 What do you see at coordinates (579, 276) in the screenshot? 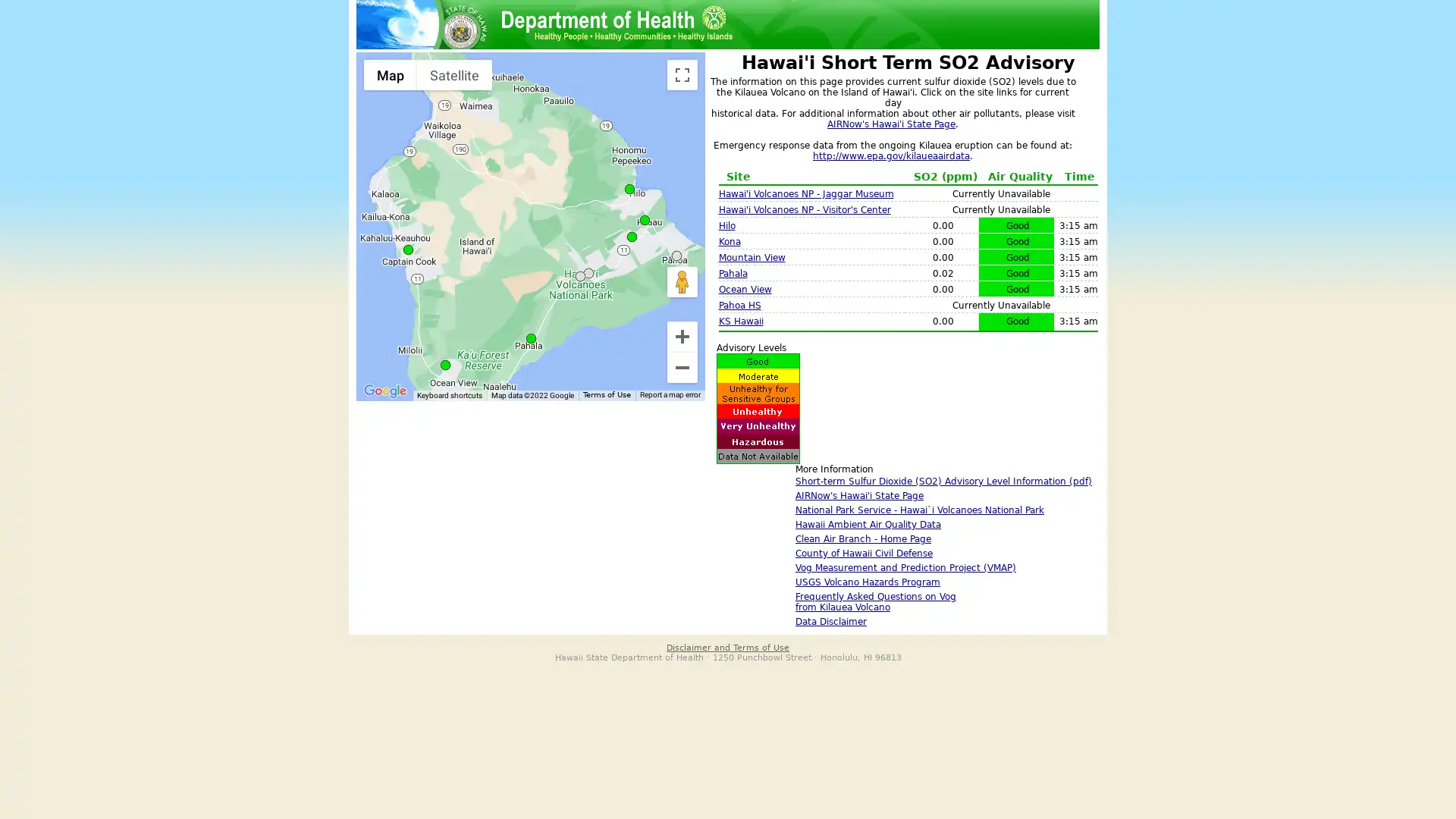
I see `Hawaii Volcanoes NP - Observatory: No Data` at bounding box center [579, 276].